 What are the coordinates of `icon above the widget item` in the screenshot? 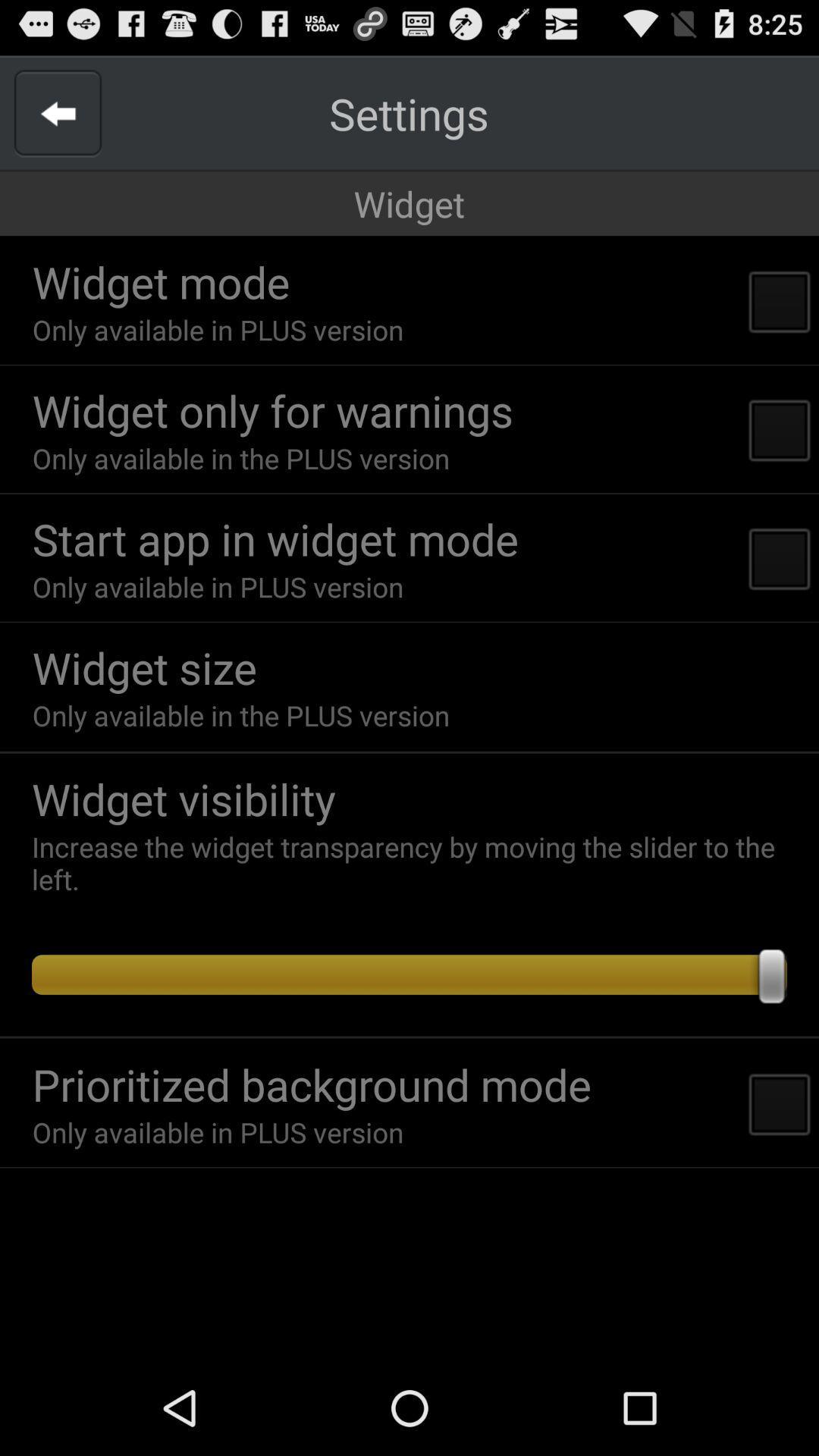 It's located at (408, 112).